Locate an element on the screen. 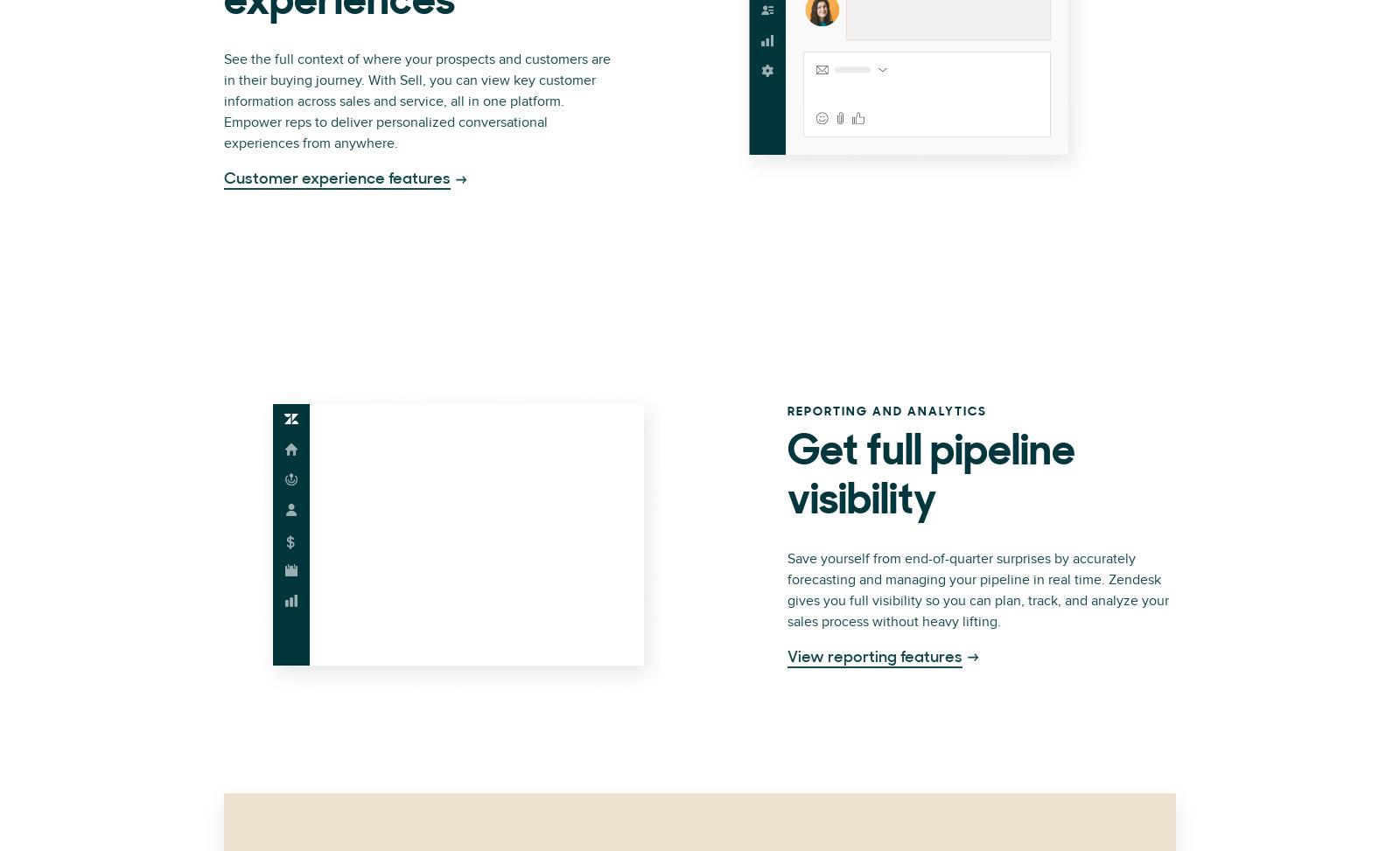 Image resolution: width=1400 pixels, height=851 pixels. 'Investors' is located at coordinates (889, 101).